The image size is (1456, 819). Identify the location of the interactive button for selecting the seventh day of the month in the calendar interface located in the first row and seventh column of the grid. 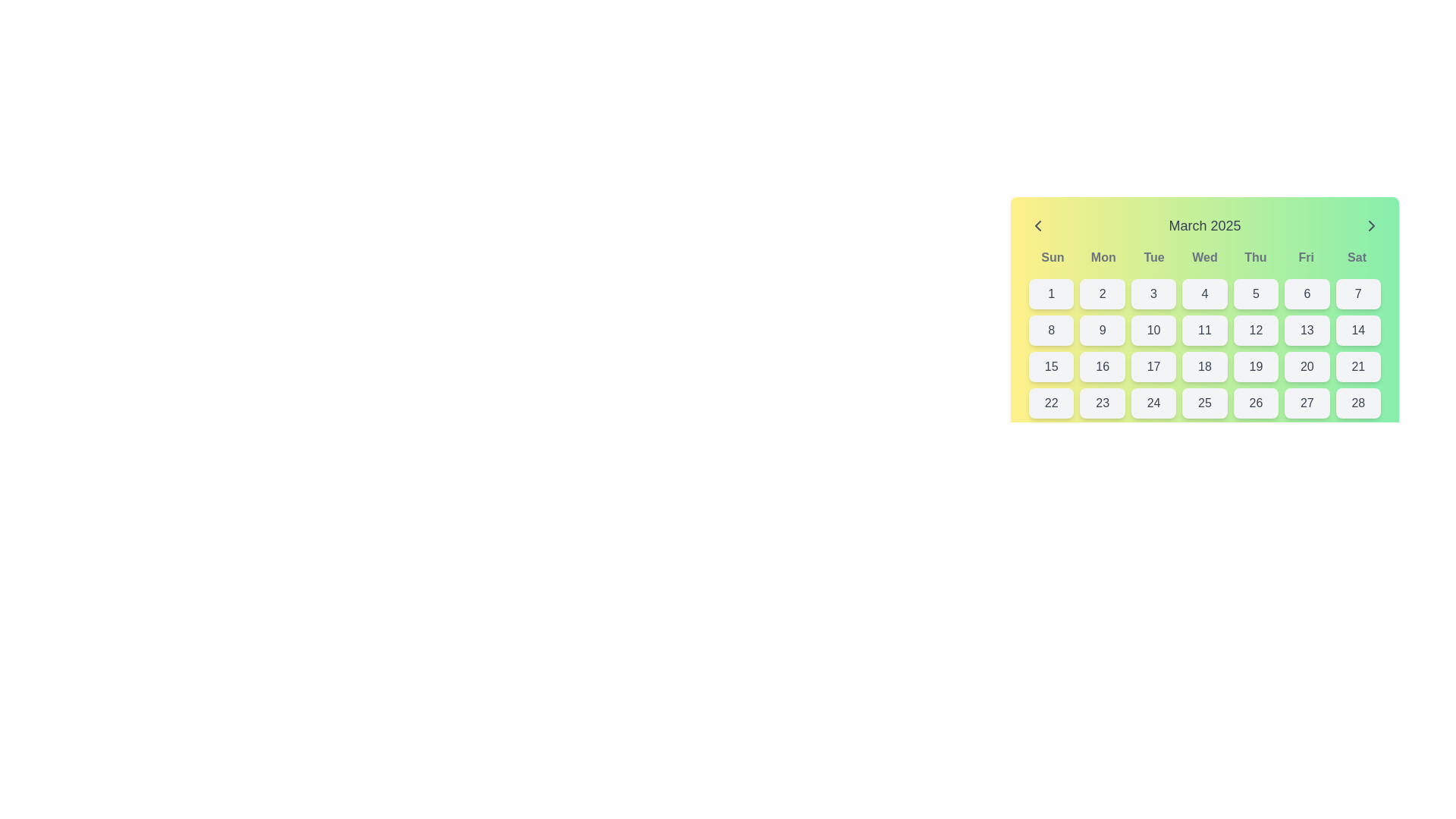
(1357, 294).